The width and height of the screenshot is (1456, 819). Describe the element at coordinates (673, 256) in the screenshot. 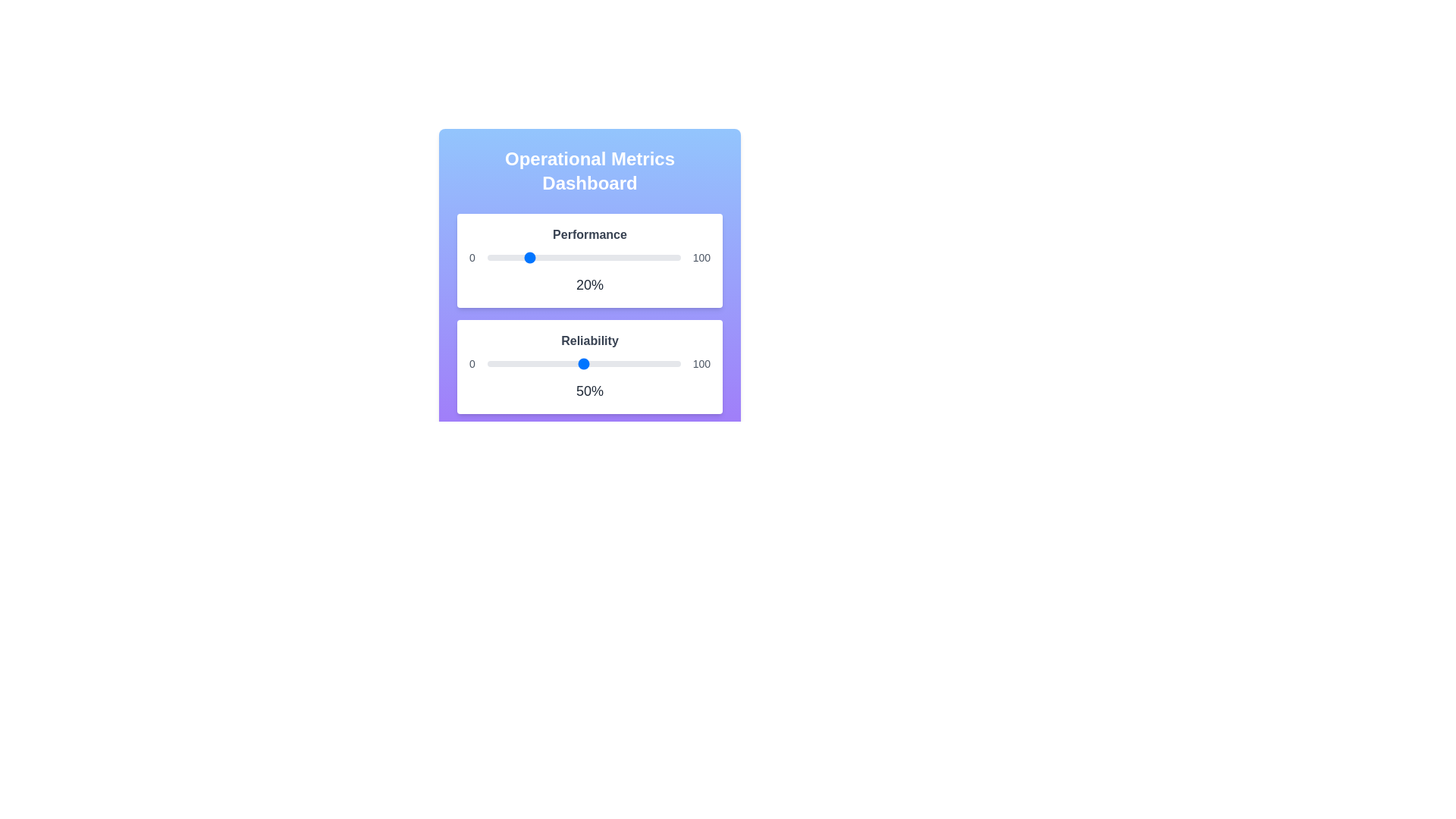

I see `performance` at that location.